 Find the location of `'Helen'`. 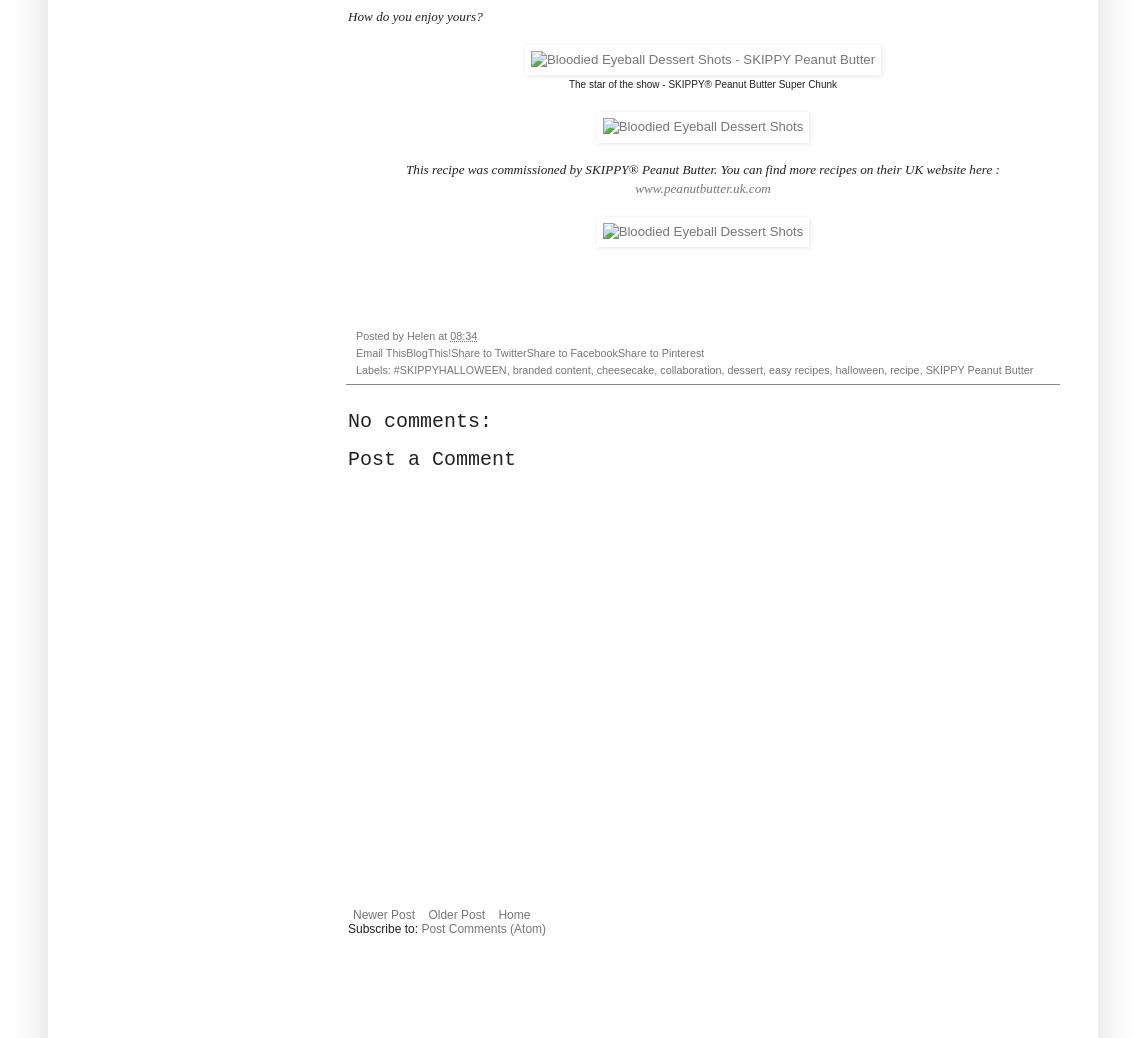

'Helen' is located at coordinates (419, 334).